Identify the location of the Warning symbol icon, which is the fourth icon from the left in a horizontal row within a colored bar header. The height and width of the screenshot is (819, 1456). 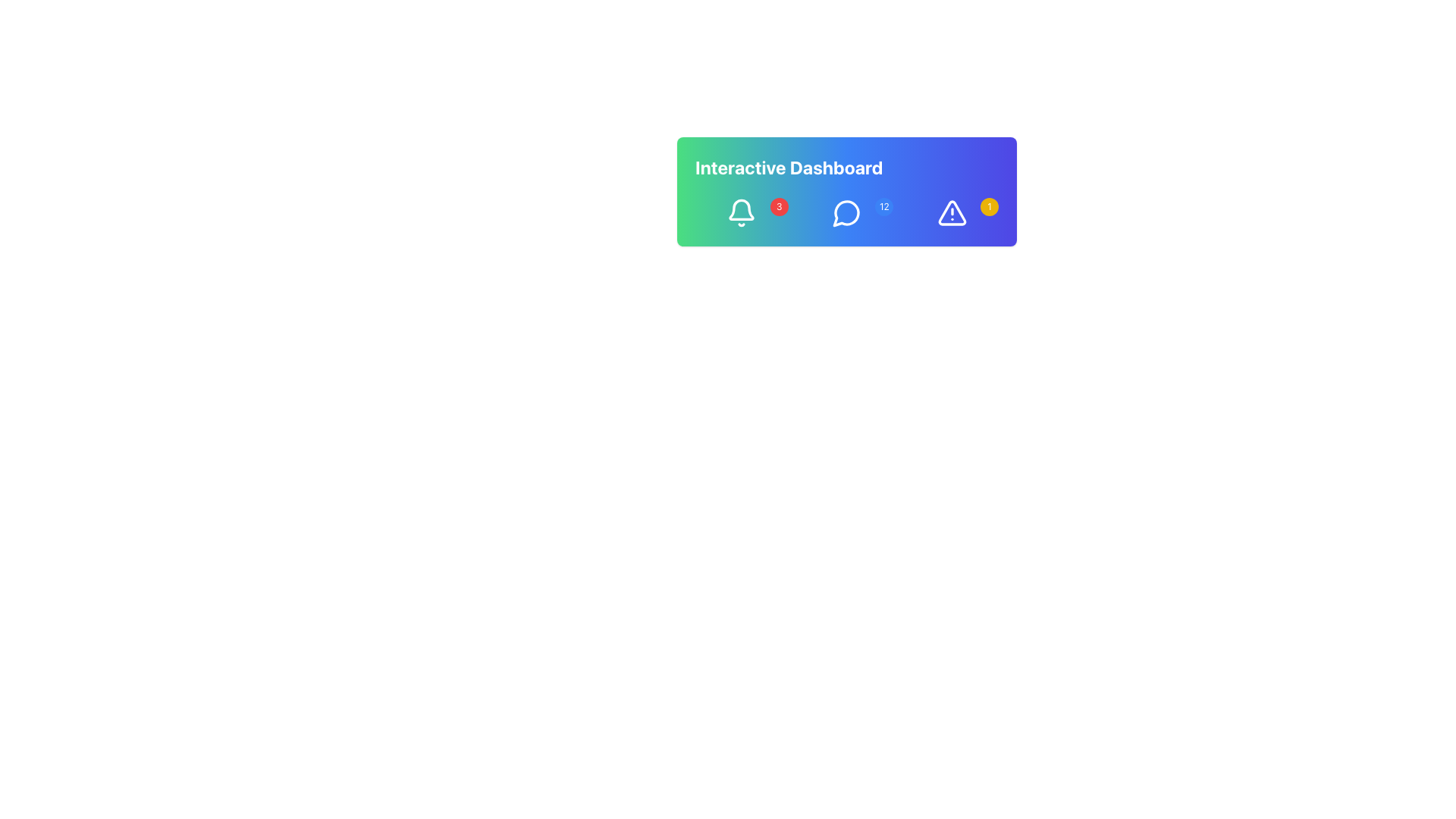
(951, 213).